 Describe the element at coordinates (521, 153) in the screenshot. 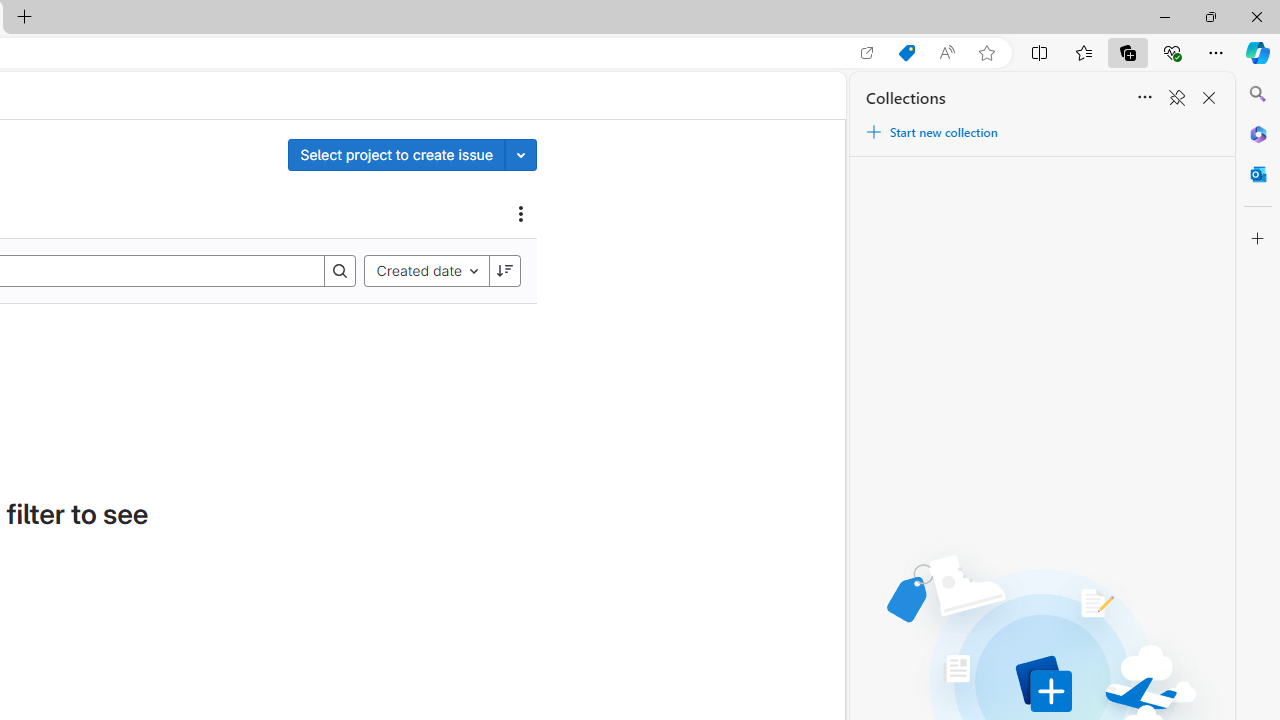

I see `'Toggle project select'` at that location.